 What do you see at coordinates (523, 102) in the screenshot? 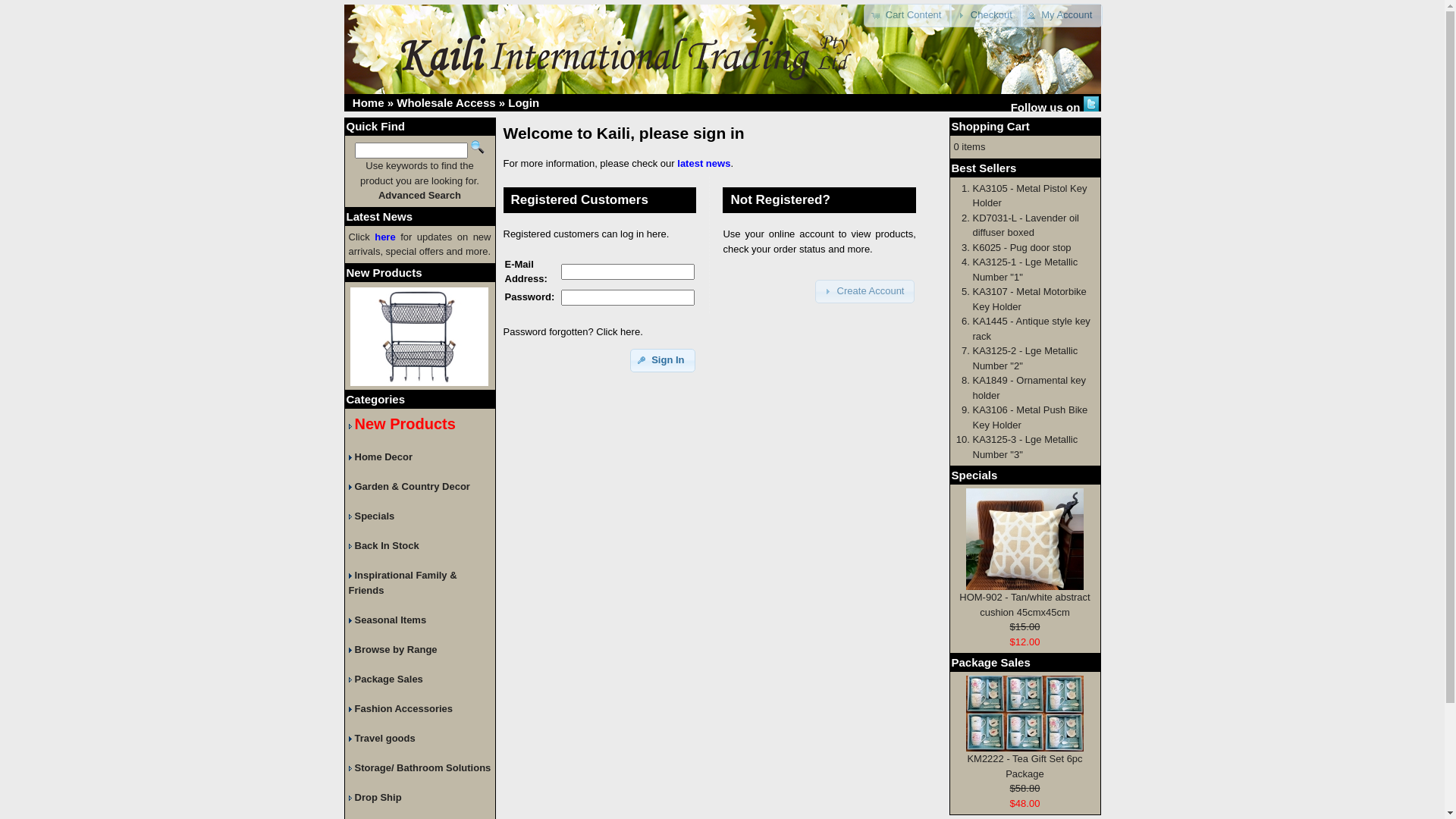
I see `'Login'` at bounding box center [523, 102].